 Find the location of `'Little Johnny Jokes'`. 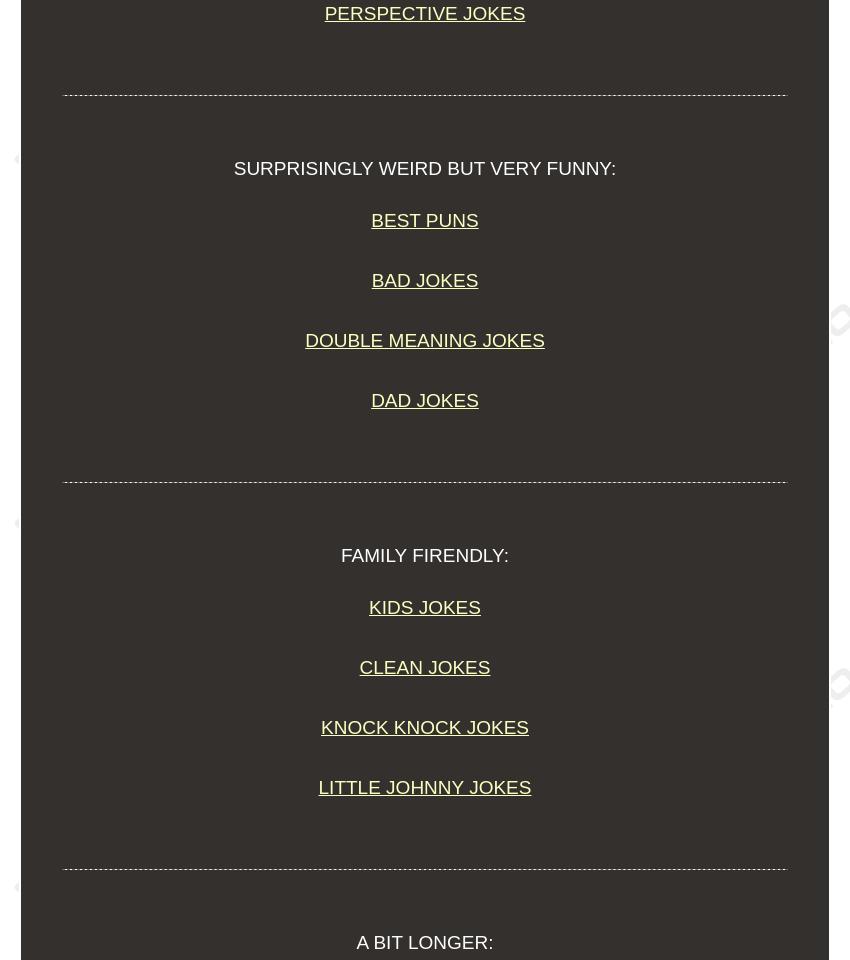

'Little Johnny Jokes' is located at coordinates (317, 787).